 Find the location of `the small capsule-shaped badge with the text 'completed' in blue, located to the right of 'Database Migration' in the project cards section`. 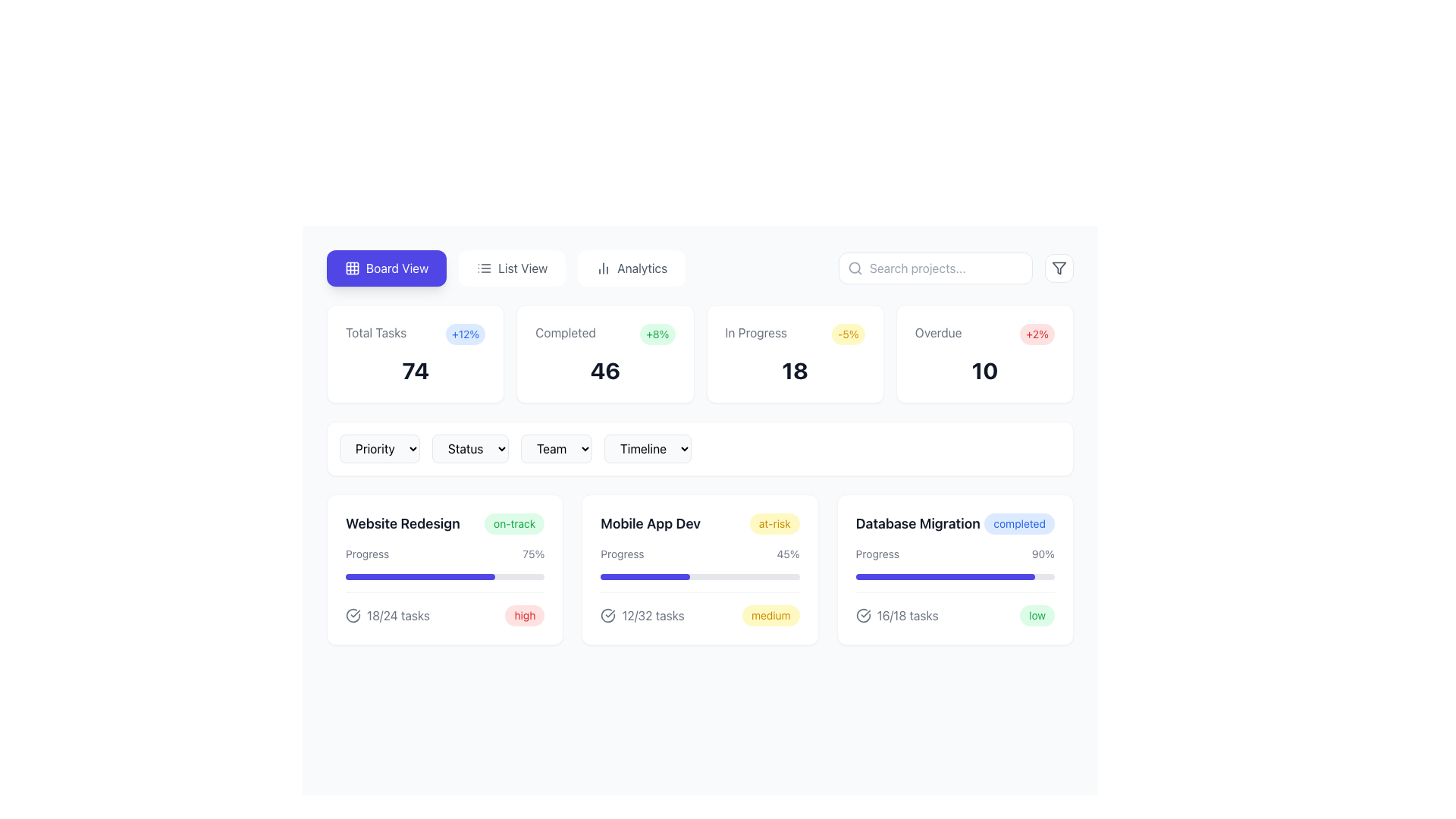

the small capsule-shaped badge with the text 'completed' in blue, located to the right of 'Database Migration' in the project cards section is located at coordinates (1019, 522).